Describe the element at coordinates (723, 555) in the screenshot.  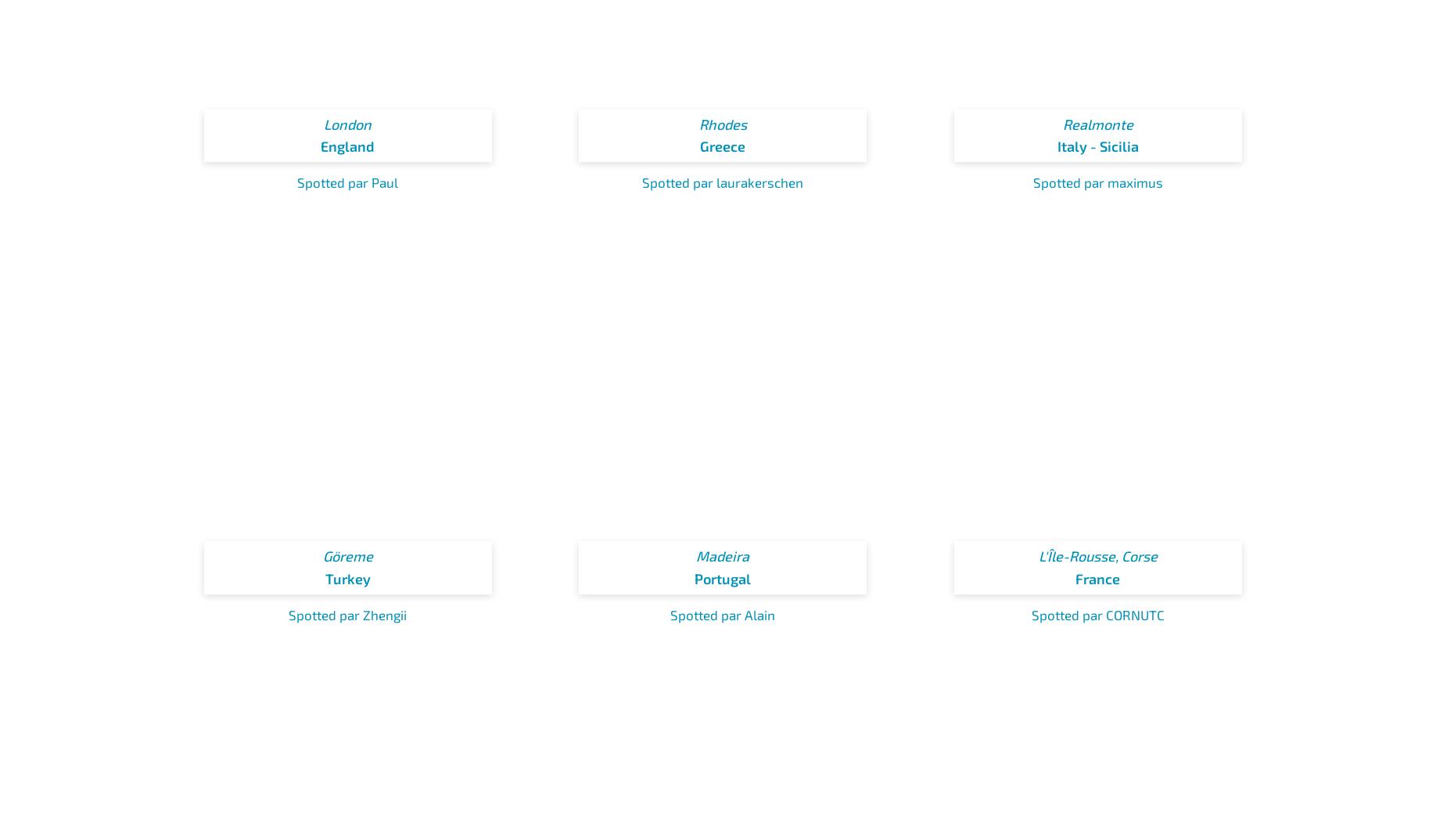
I see `'Madeira'` at that location.